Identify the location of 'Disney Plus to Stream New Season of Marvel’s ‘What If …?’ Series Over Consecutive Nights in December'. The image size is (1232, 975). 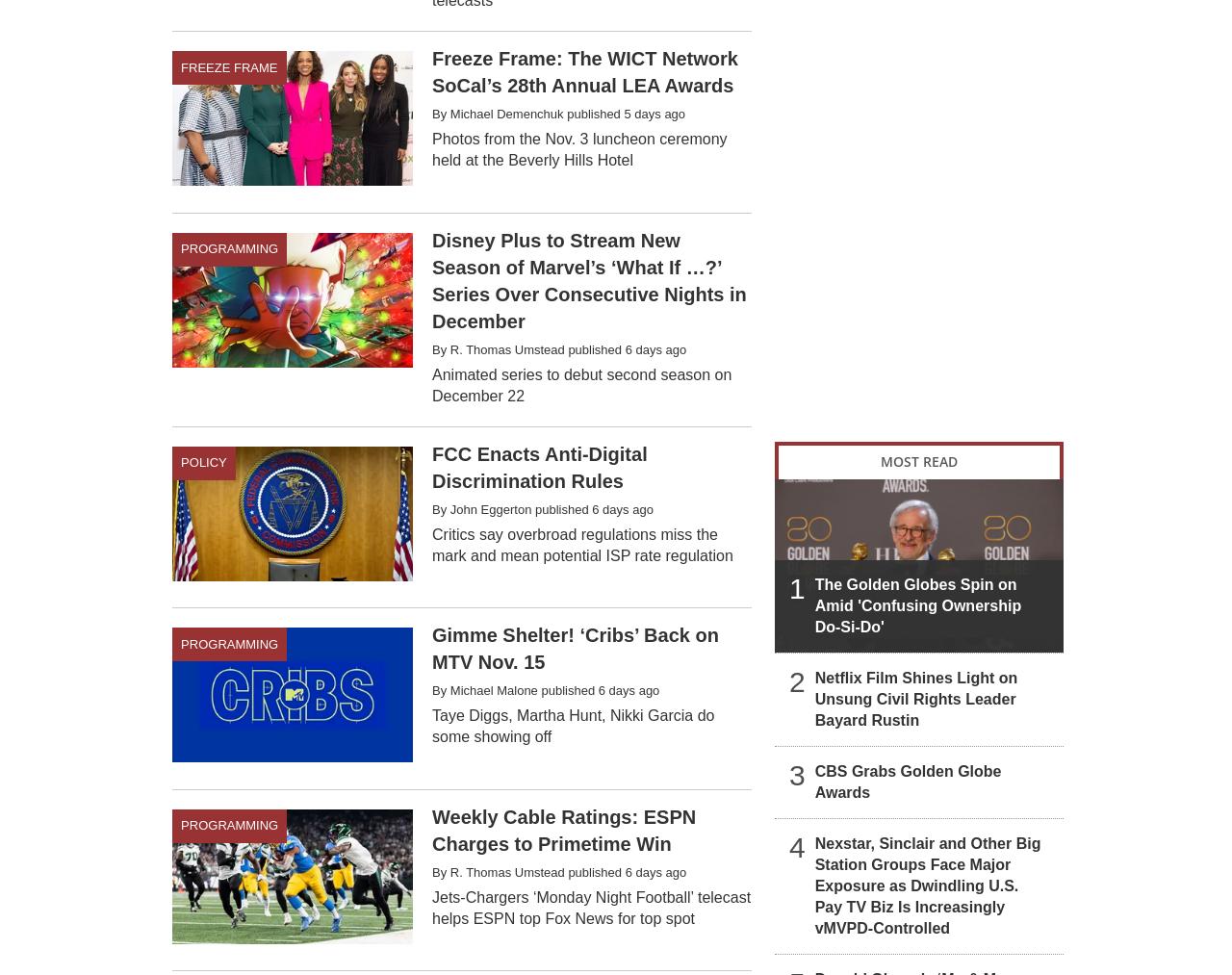
(587, 279).